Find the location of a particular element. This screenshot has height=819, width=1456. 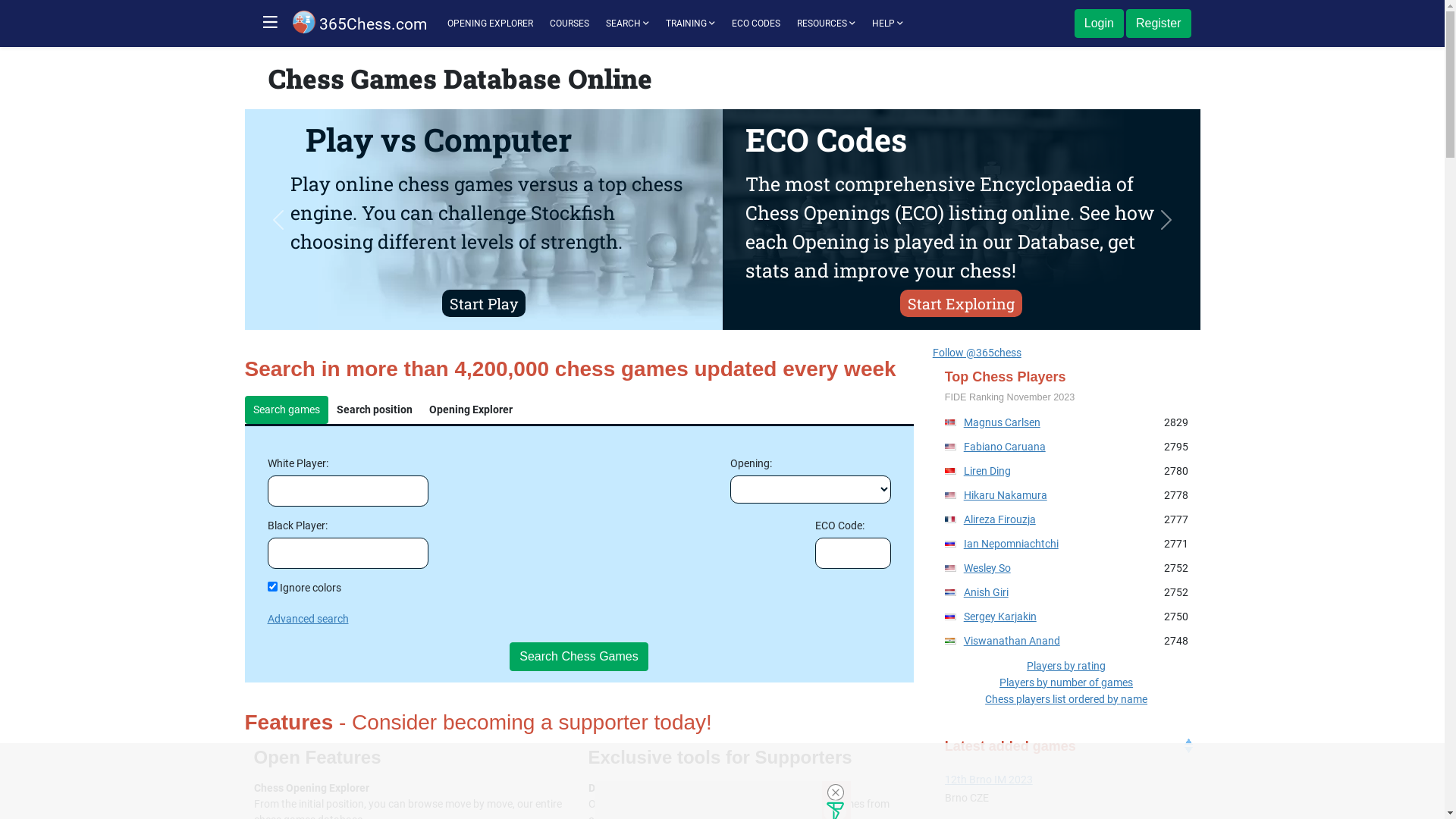

'Sergey Karjakin' is located at coordinates (1000, 617).